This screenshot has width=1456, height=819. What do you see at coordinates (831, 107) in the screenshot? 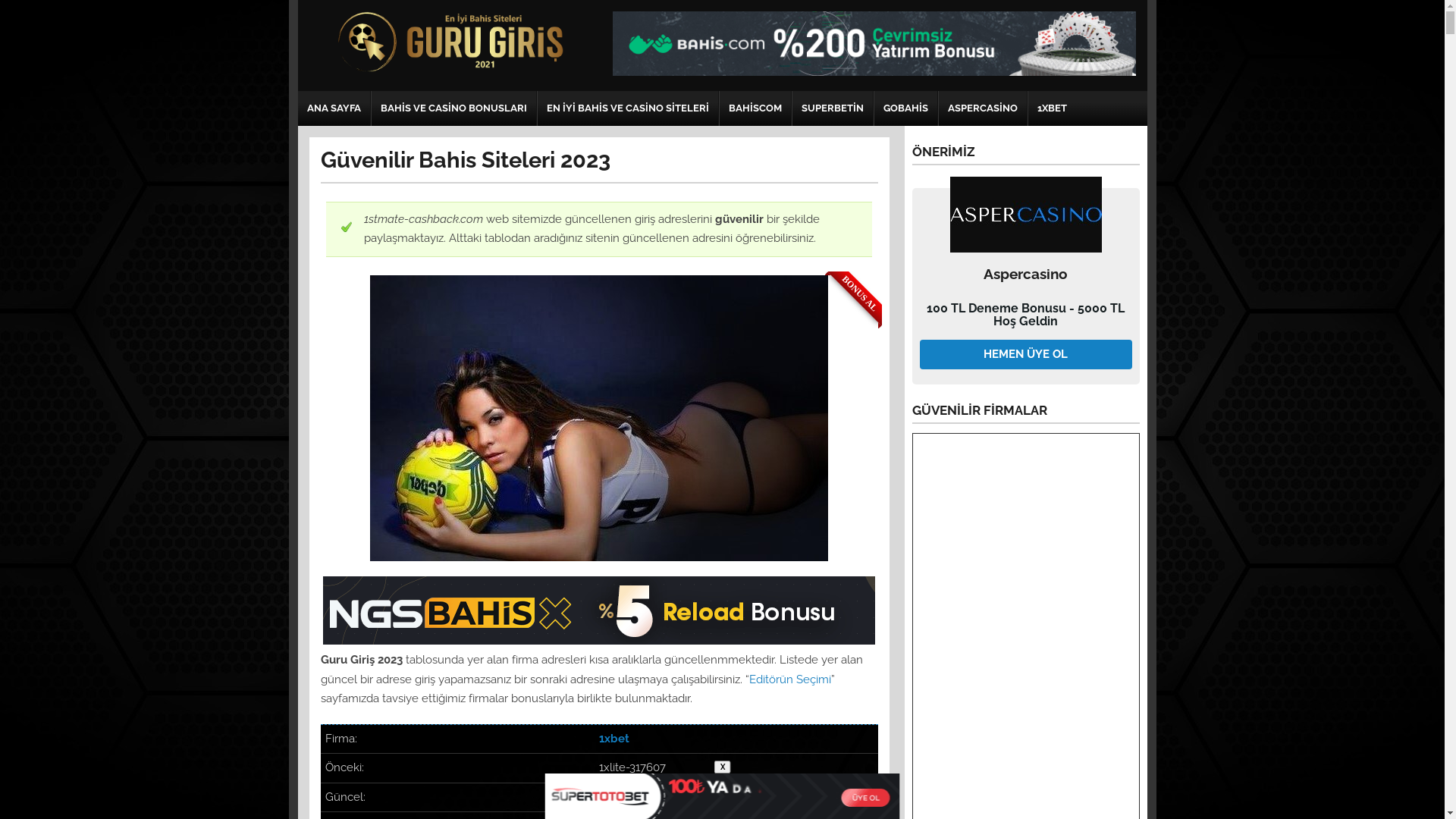
I see `'SUPERBETIN'` at bounding box center [831, 107].